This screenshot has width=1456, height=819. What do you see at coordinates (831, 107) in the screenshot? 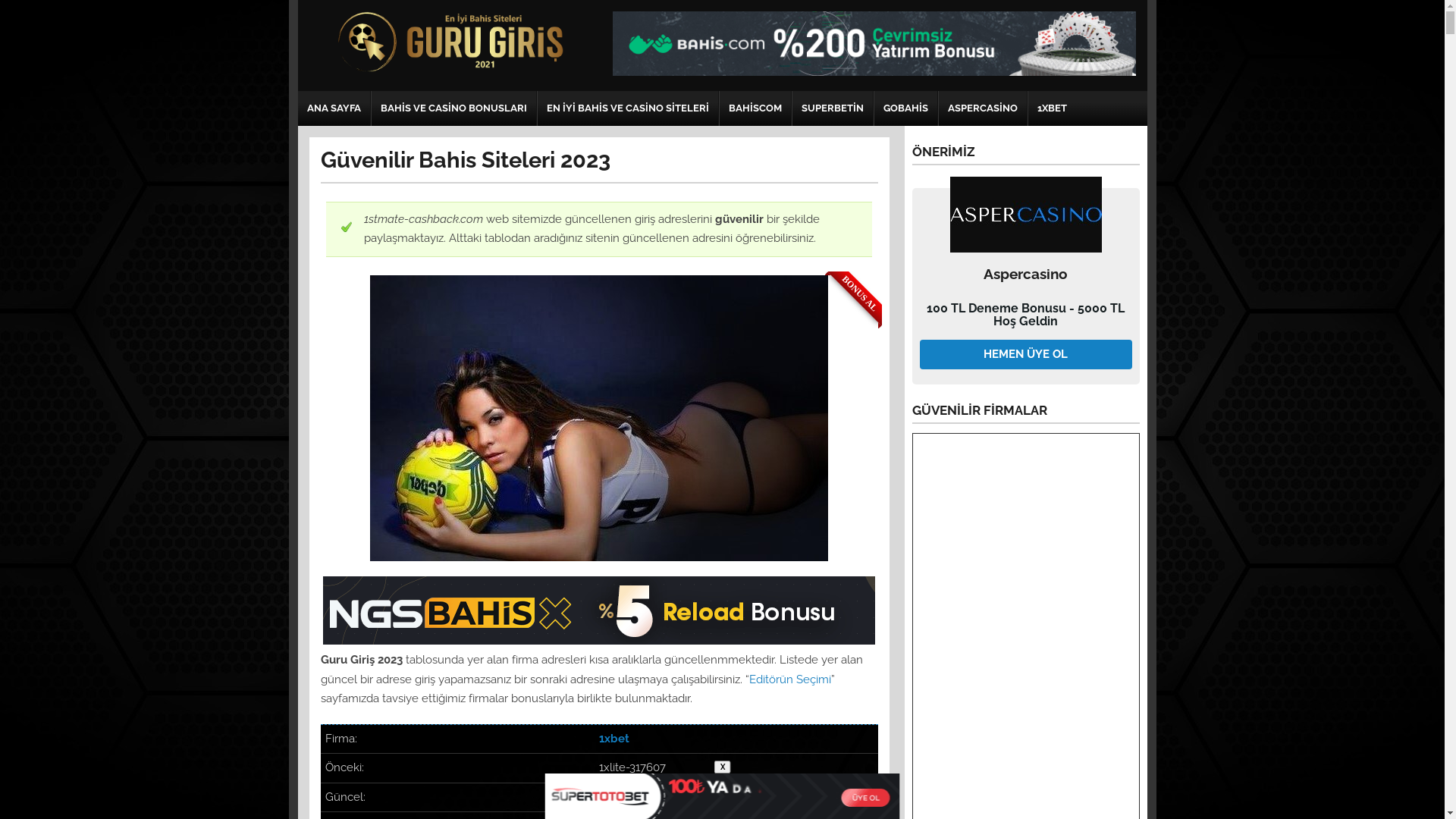
I see `'SUPERBETIN'` at bounding box center [831, 107].